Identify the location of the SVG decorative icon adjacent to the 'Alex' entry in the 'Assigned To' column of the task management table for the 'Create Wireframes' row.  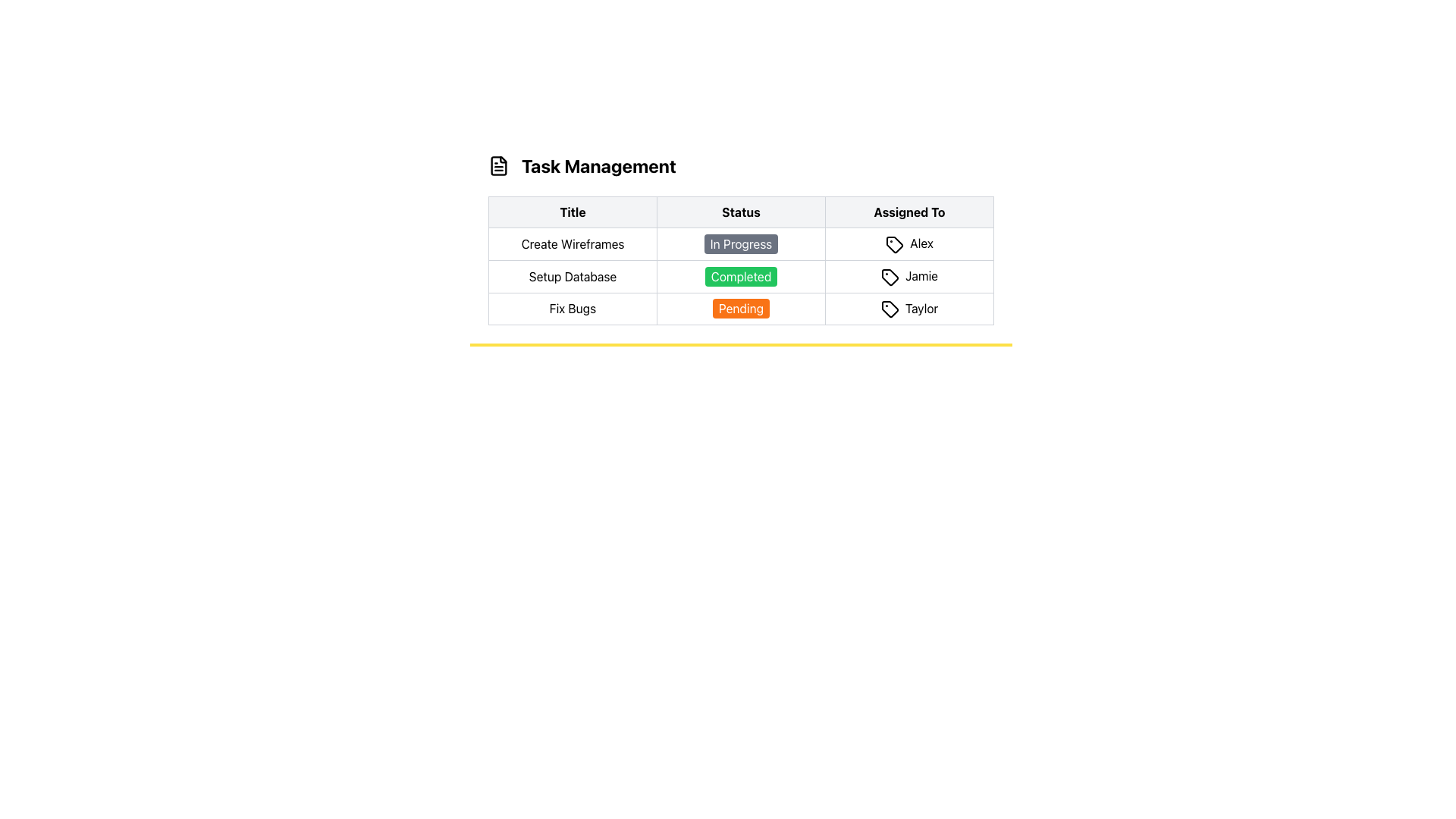
(895, 243).